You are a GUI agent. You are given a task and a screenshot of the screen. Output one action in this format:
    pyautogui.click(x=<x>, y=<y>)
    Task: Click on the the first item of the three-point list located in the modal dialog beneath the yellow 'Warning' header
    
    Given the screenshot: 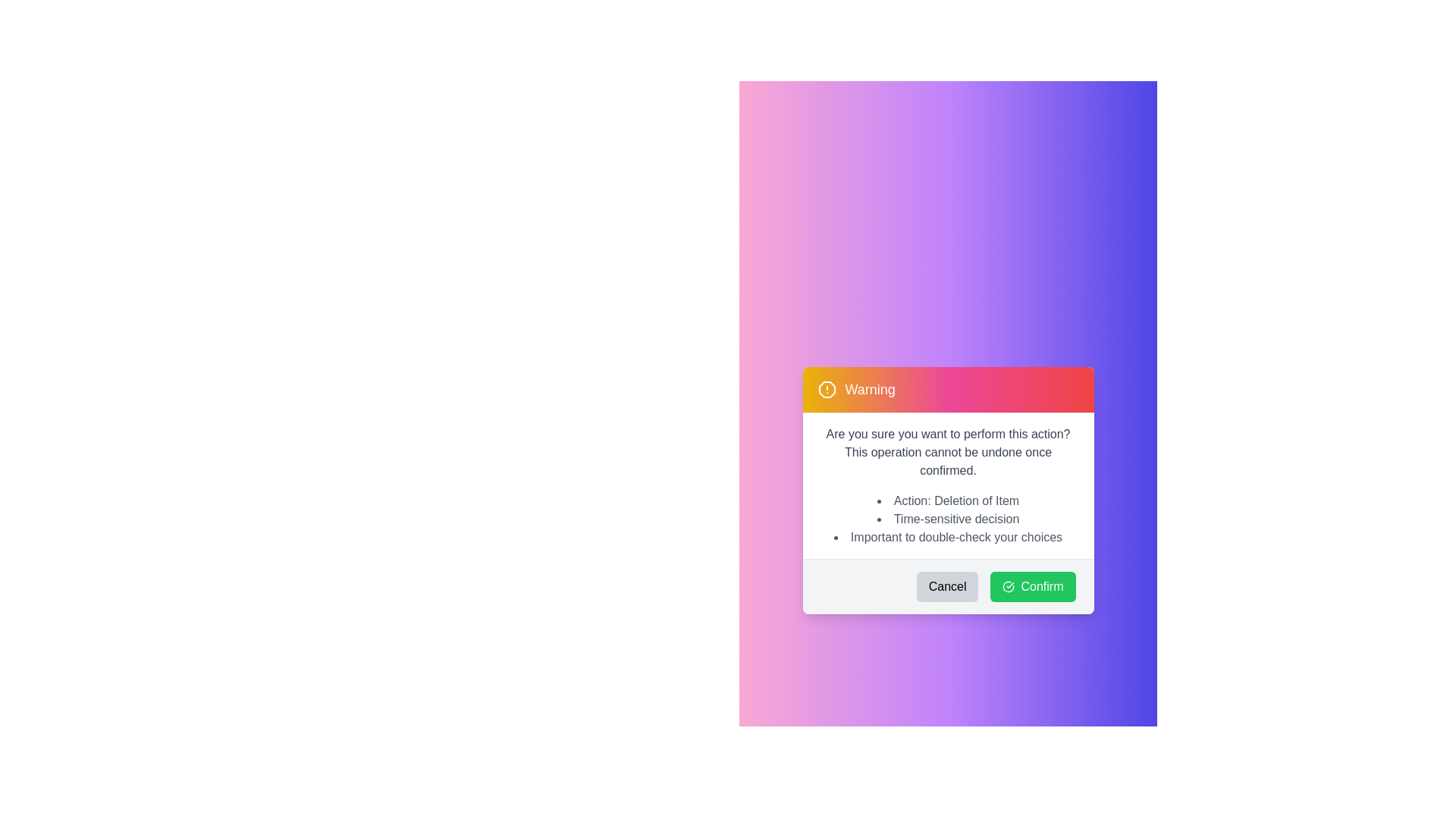 What is the action you would take?
    pyautogui.click(x=947, y=500)
    